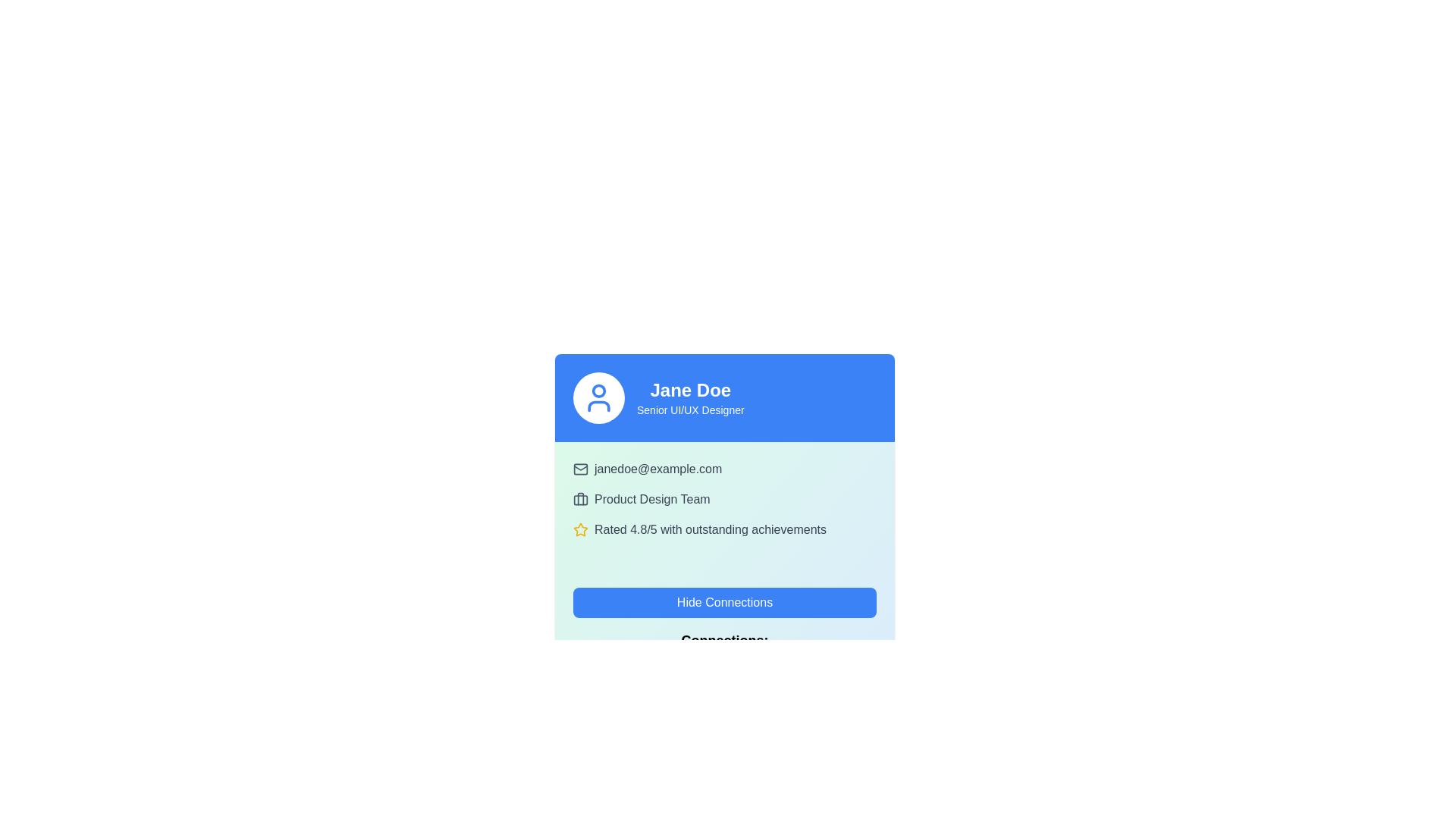  I want to click on the Profile header section located at the top of the card, which contains essential information about the individual, including their name and professional title, so click(723, 397).